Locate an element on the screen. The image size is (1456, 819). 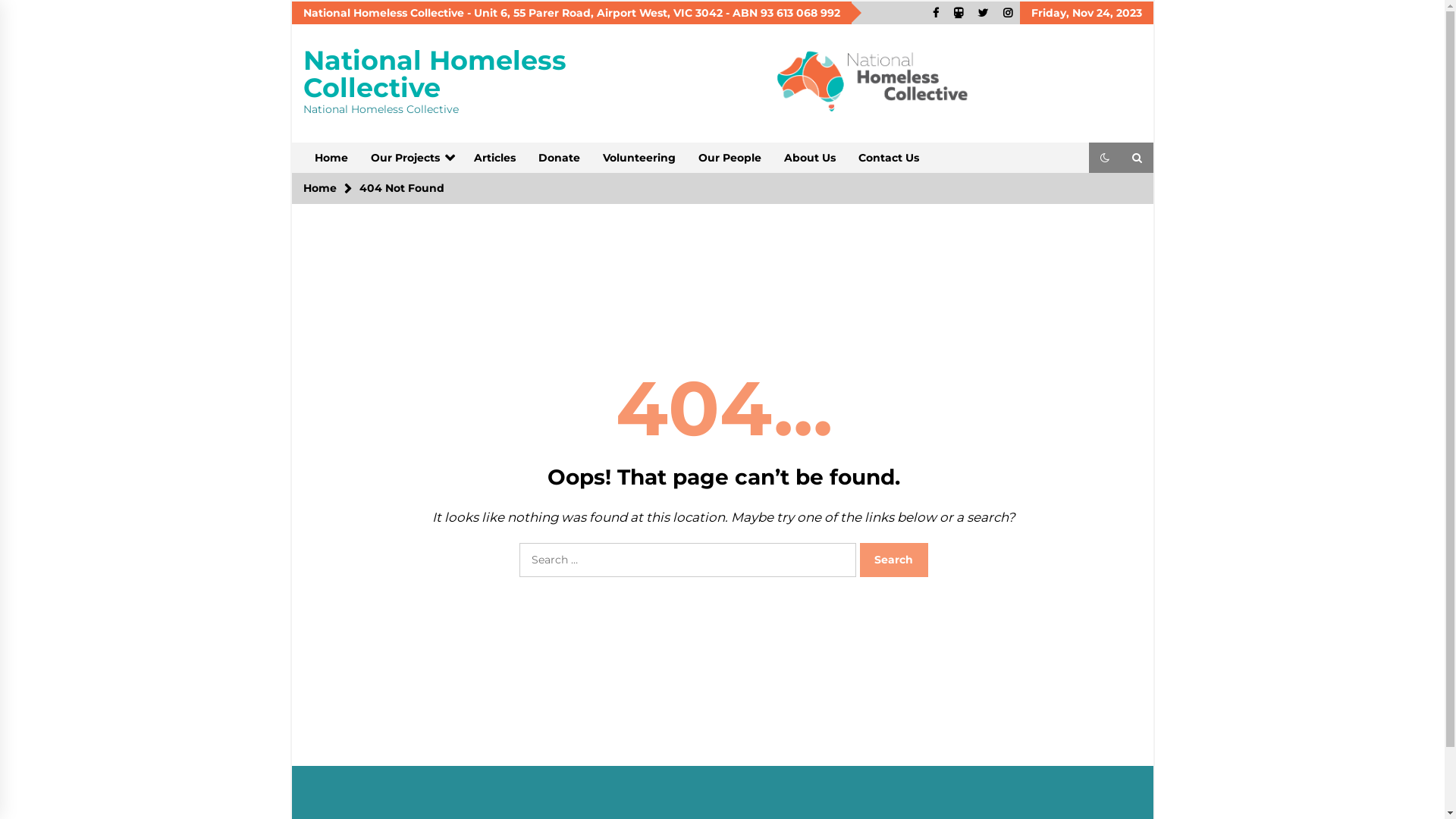
'Our Projects' is located at coordinates (411, 158).